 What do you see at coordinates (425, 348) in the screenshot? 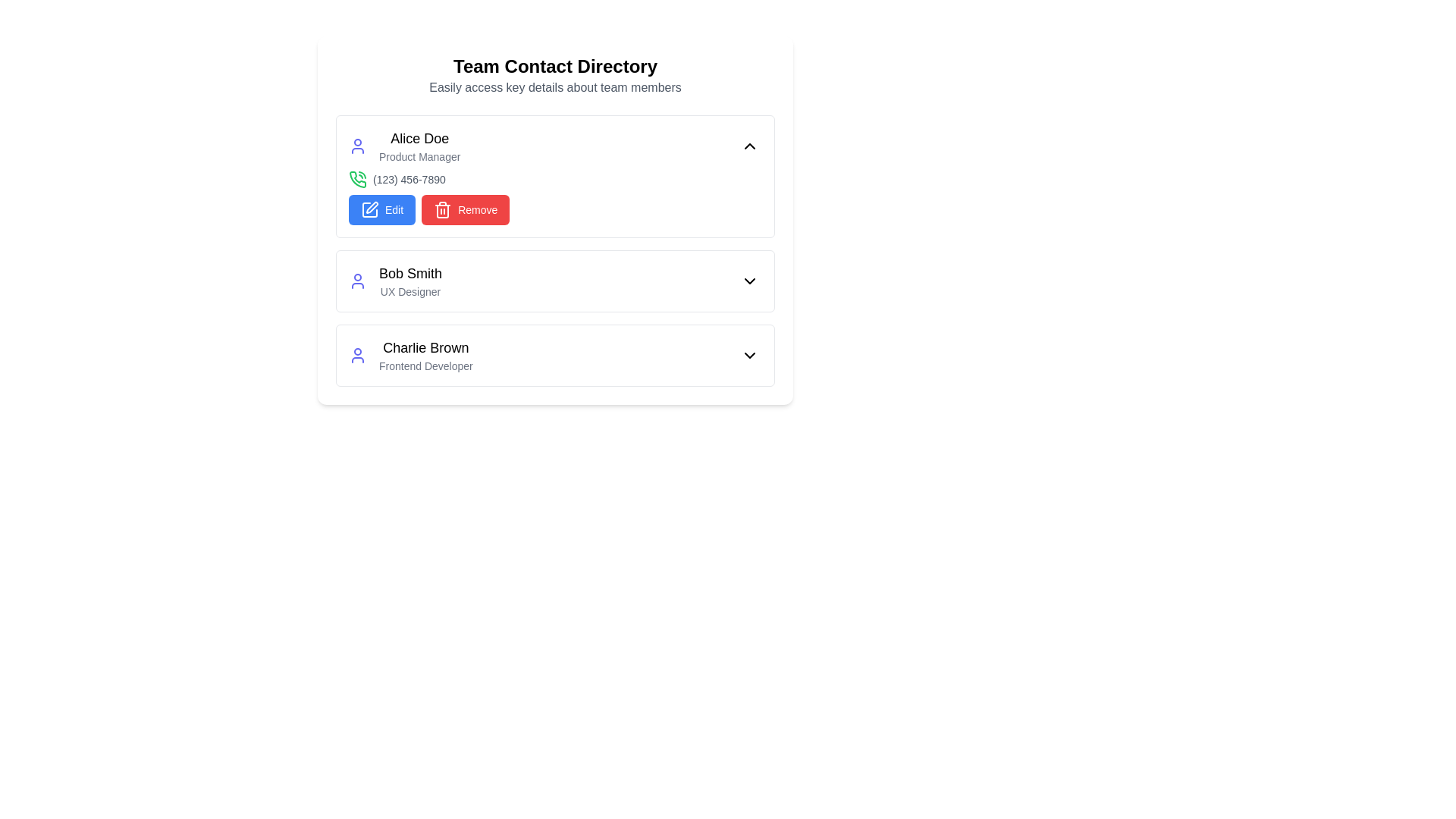
I see `the text label reading 'Charlie Brown' which is positioned at the top of the contact card interface, above the description 'Frontend Developer', by moving the cursor over it` at bounding box center [425, 348].